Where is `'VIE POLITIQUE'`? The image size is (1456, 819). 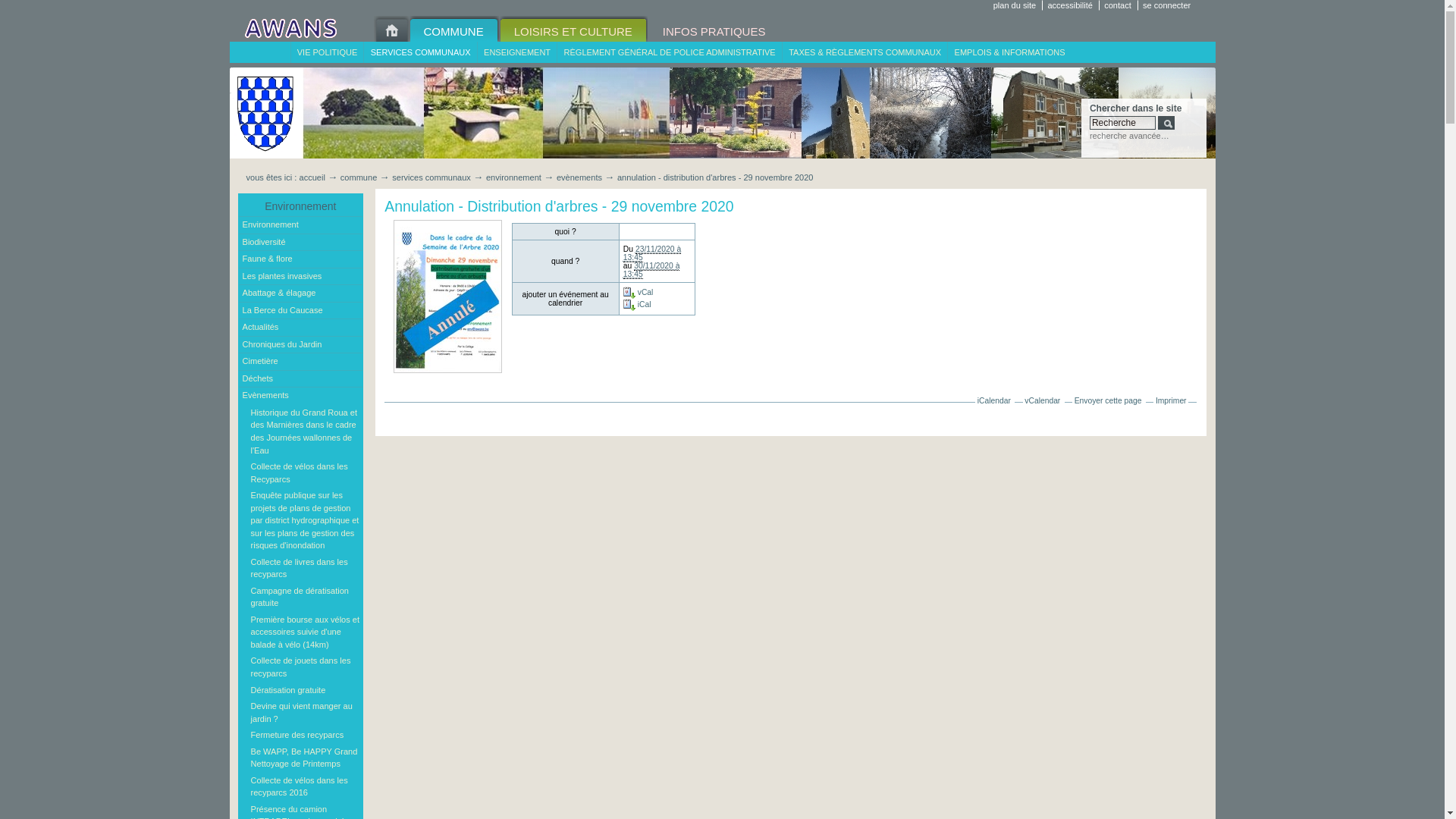 'VIE POLITIQUE' is located at coordinates (290, 52).